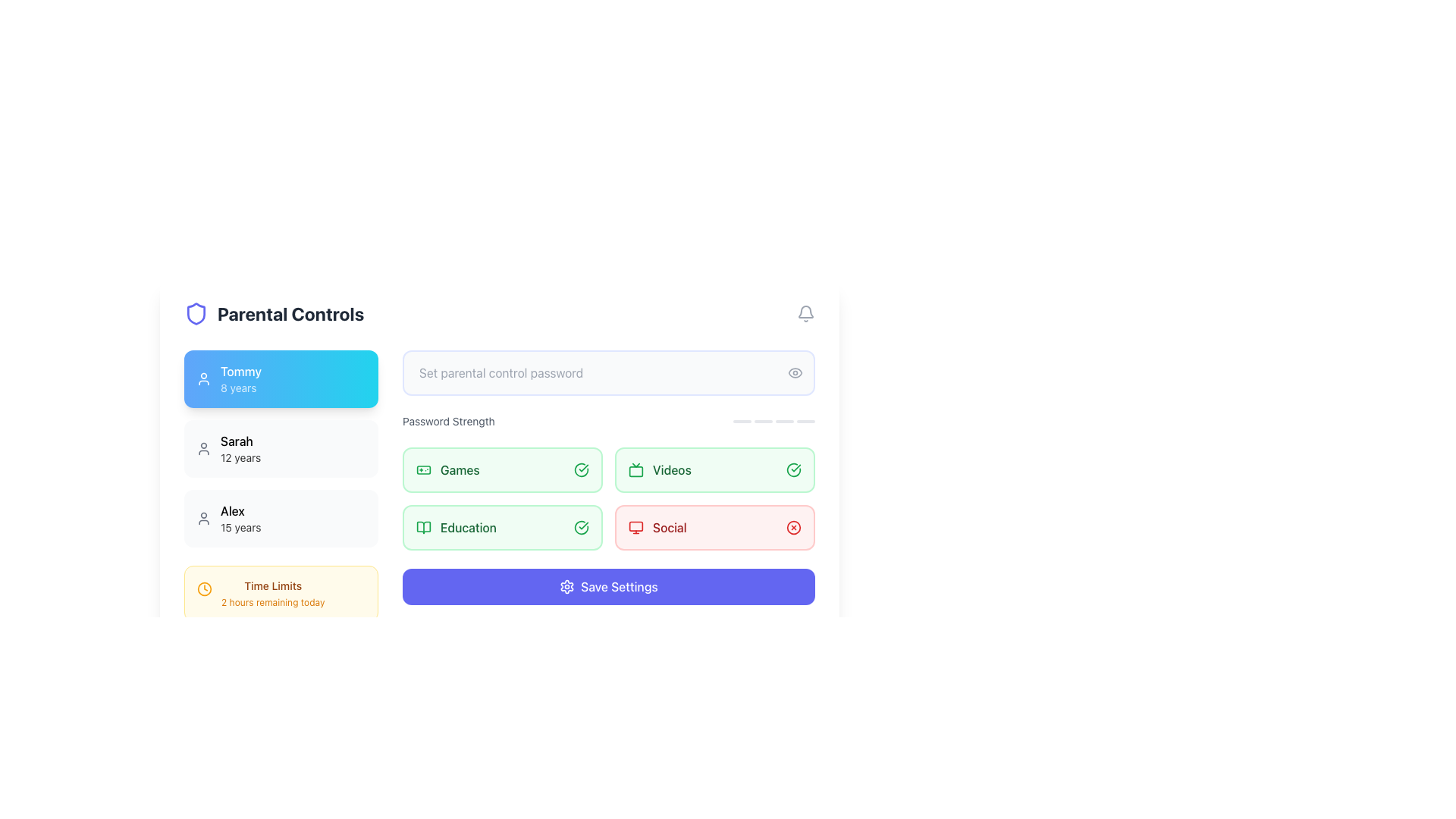 The width and height of the screenshot is (1456, 819). Describe the element at coordinates (455, 526) in the screenshot. I see `the 'Education' category button, which features a green open book icon and the text 'Education' in green, located in the second row under the 'Password Strength' section` at that location.